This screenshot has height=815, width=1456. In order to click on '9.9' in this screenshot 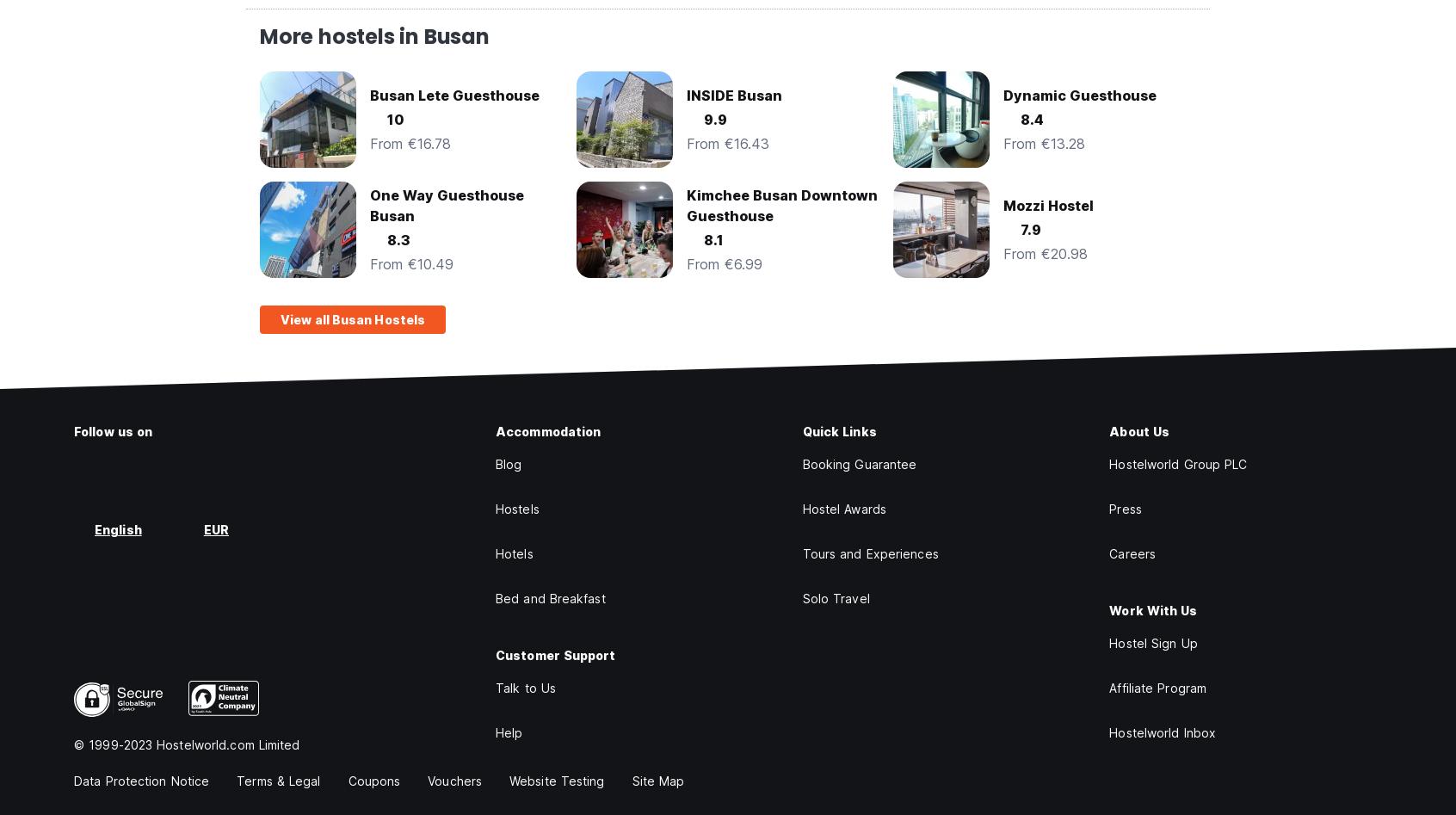, I will do `click(704, 119)`.